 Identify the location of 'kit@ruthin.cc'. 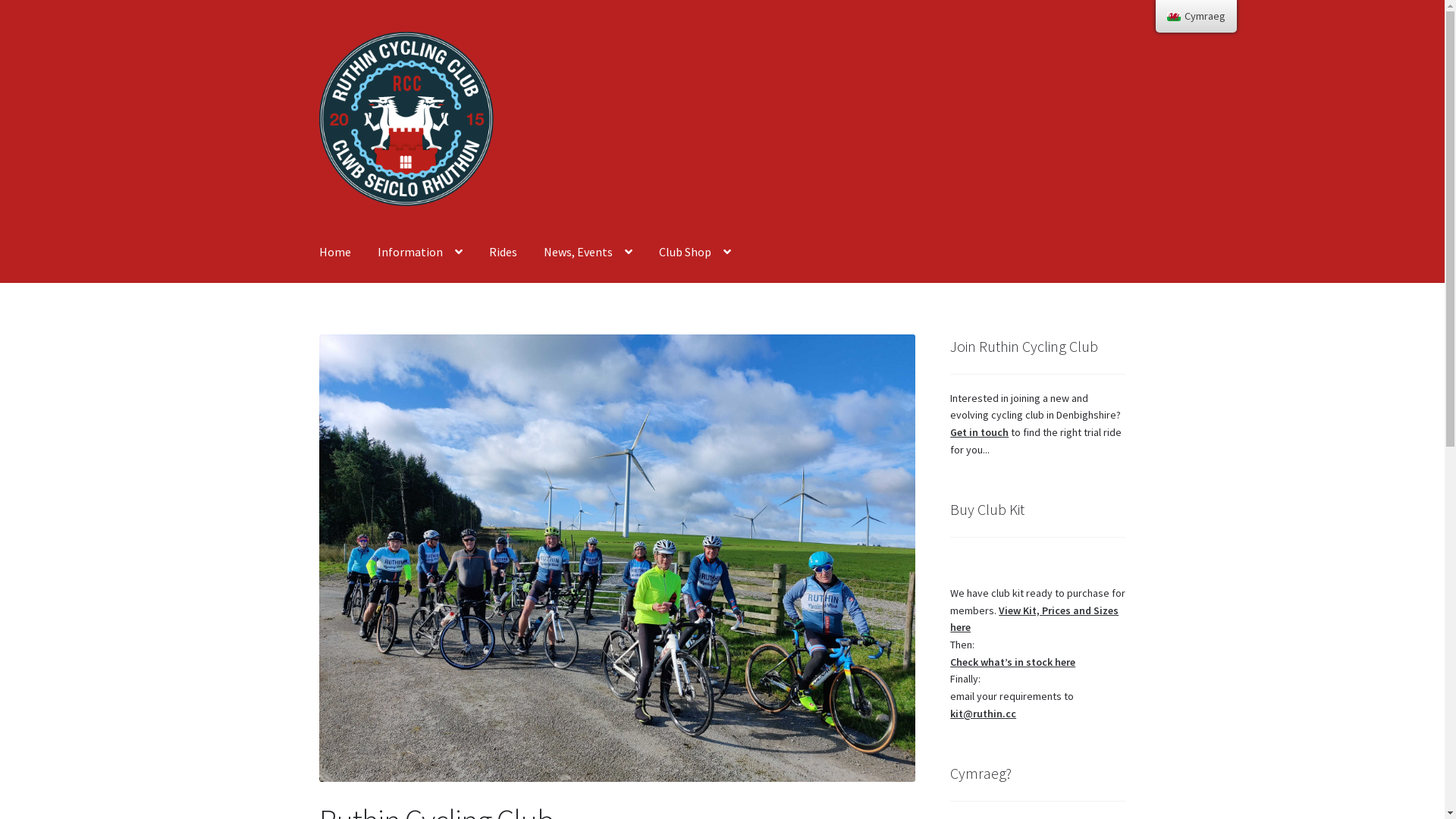
(949, 714).